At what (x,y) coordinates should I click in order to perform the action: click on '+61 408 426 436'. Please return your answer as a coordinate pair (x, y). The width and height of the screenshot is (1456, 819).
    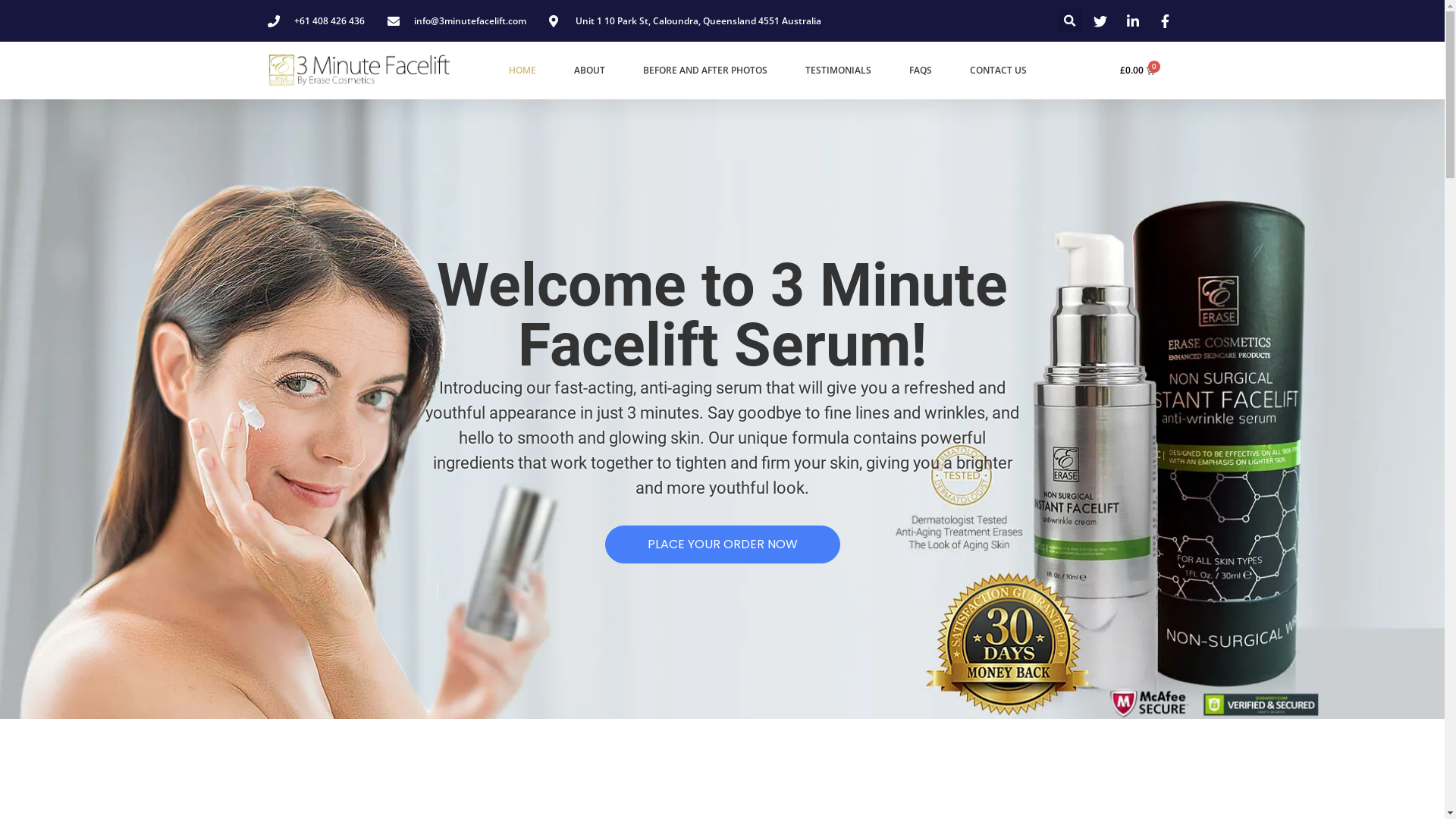
    Looking at the image, I should click on (315, 20).